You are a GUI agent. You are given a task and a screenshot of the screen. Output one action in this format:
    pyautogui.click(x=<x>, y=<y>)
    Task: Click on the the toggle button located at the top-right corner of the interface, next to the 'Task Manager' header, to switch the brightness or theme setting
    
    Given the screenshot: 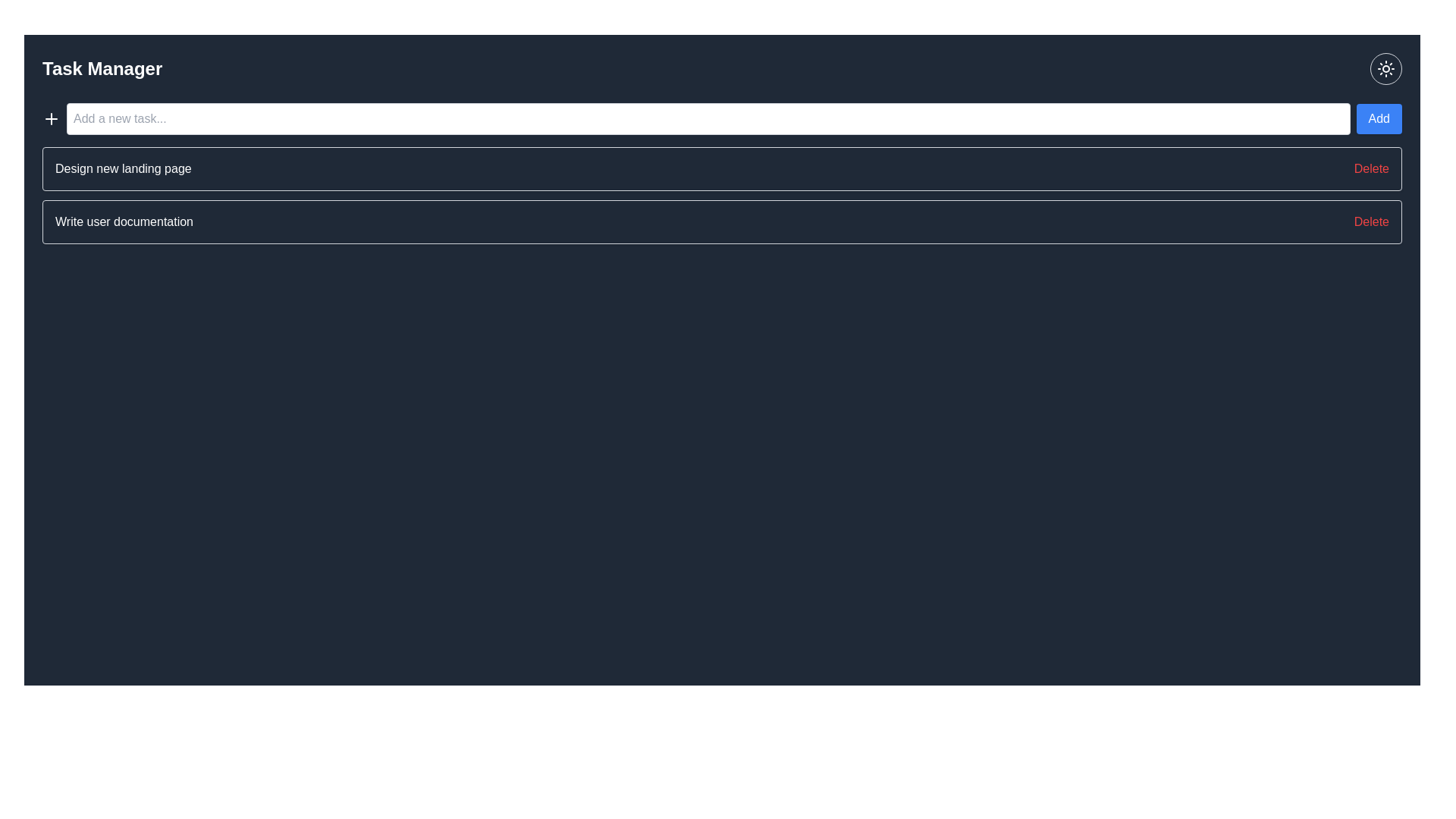 What is the action you would take?
    pyautogui.click(x=1386, y=69)
    